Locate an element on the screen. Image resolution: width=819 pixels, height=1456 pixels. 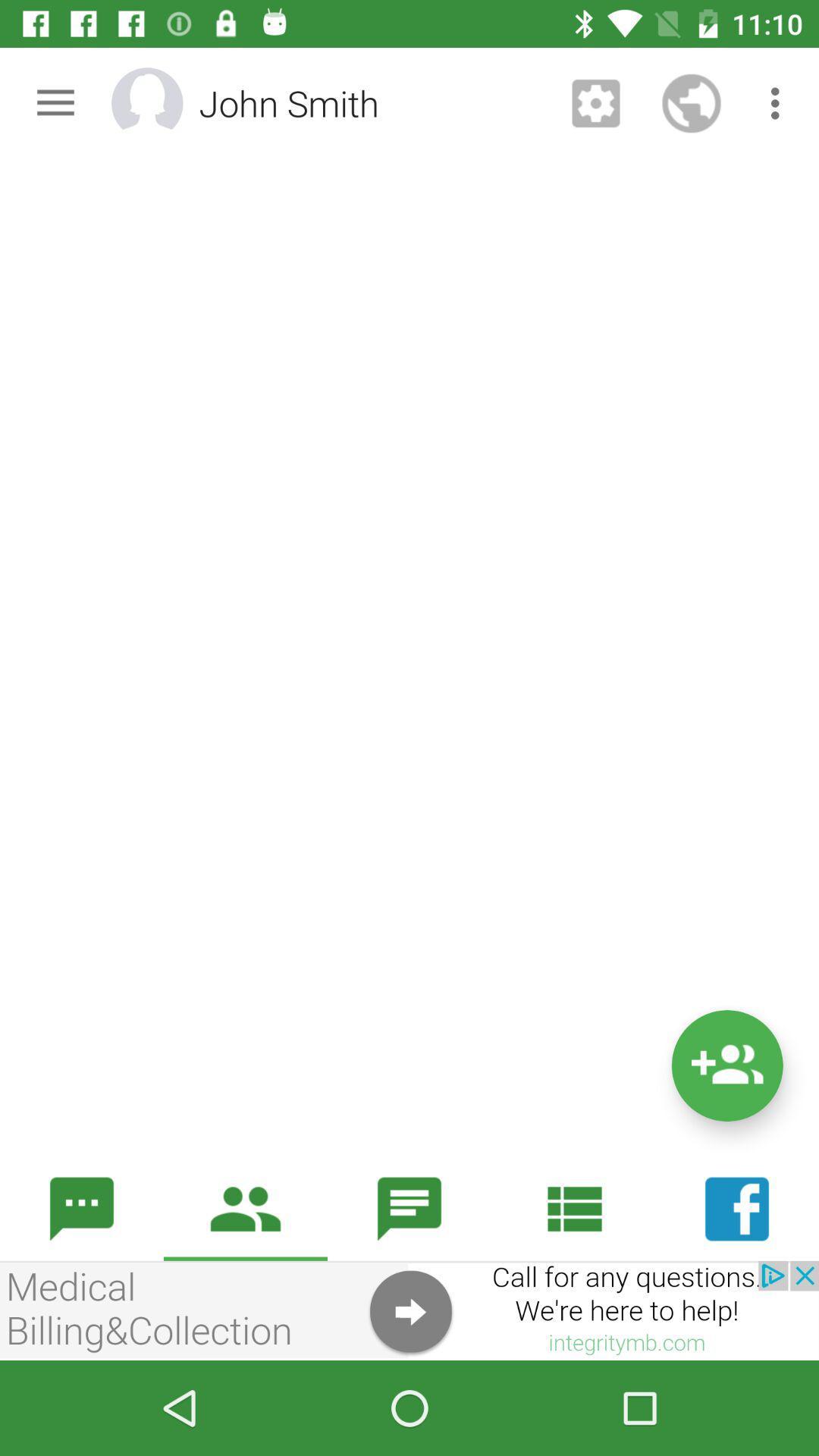
the advertisement is located at coordinates (409, 1310).